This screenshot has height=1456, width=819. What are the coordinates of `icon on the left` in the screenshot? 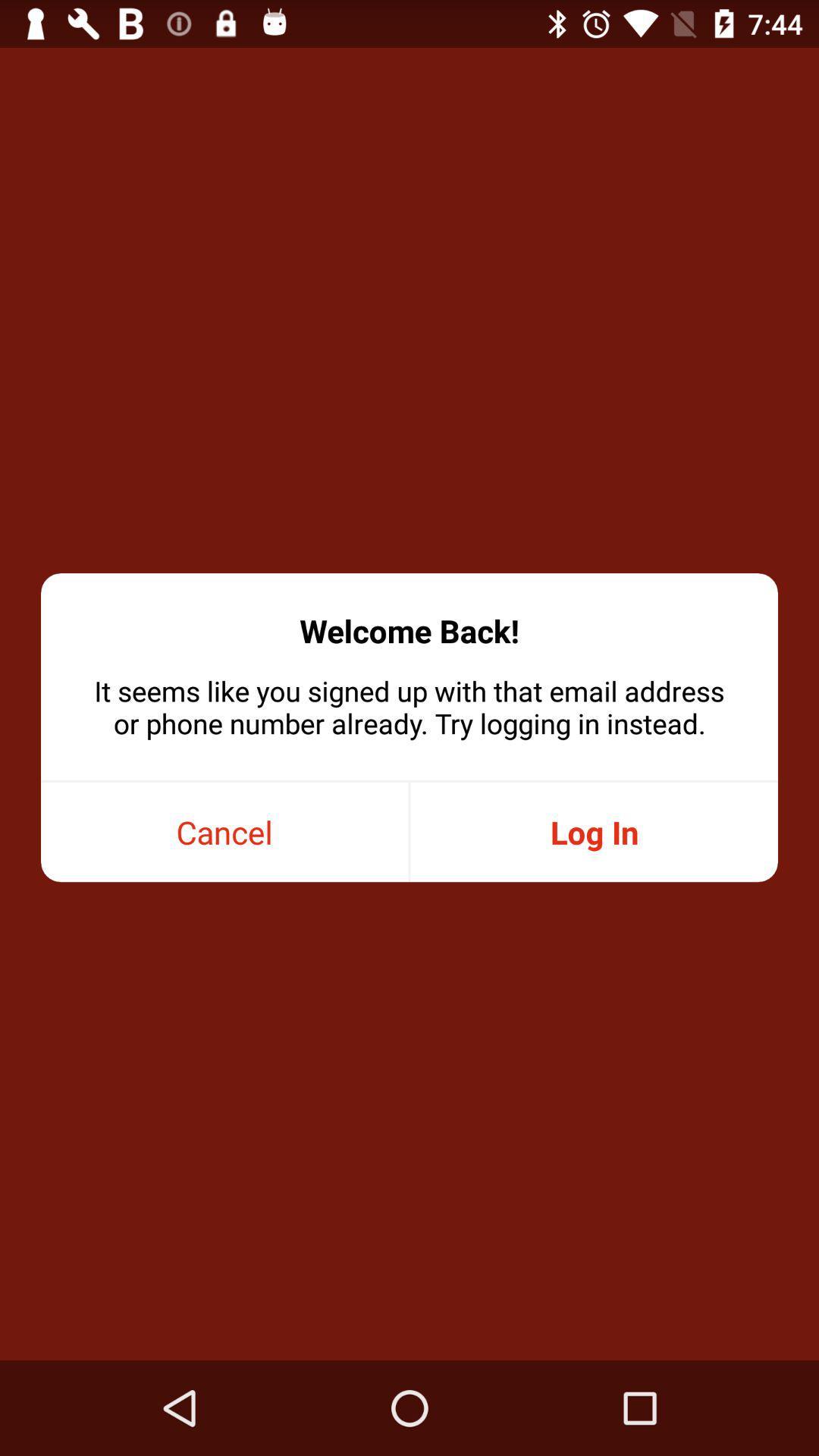 It's located at (224, 831).